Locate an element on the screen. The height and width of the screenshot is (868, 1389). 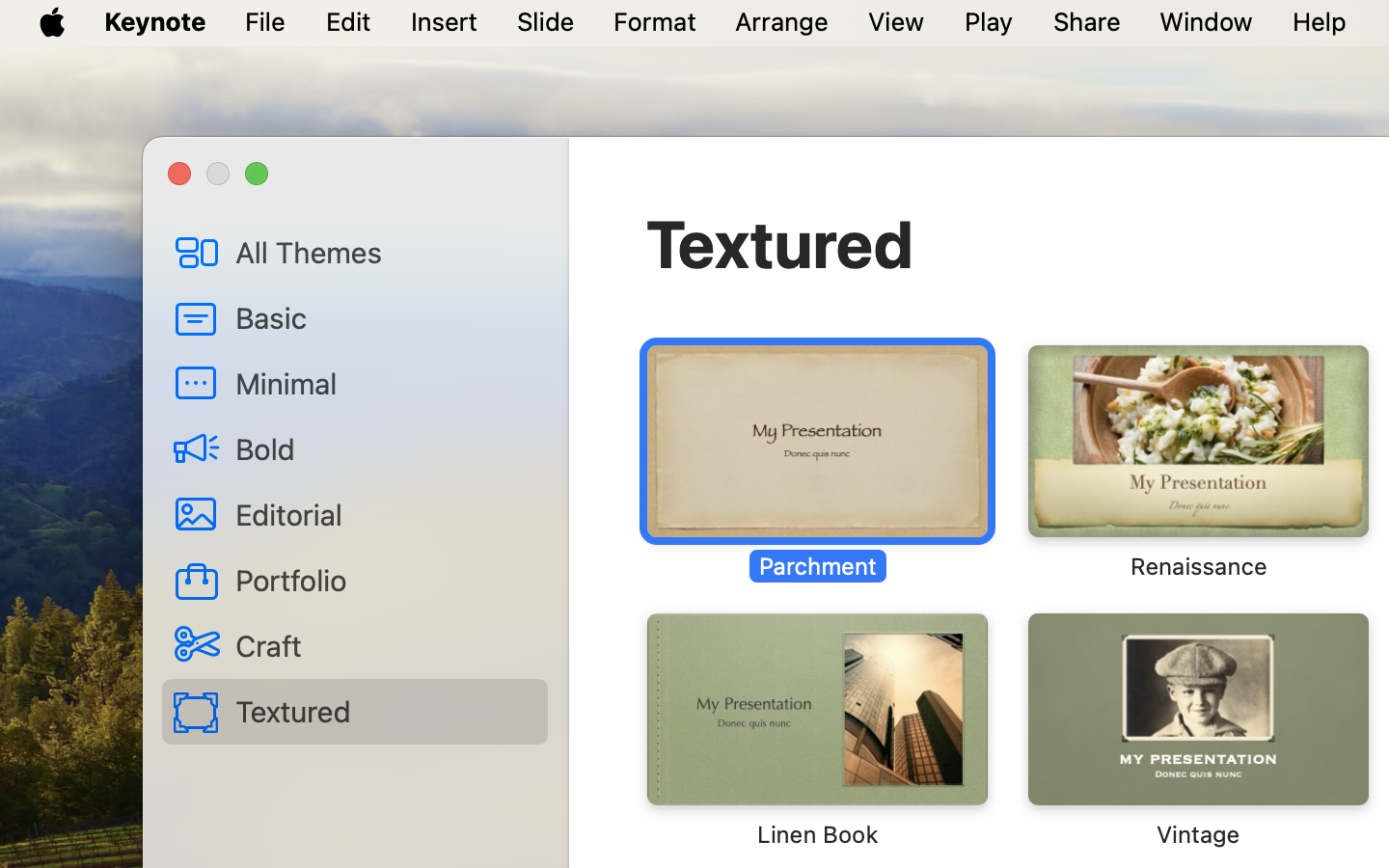
'Minimal' is located at coordinates (383, 382).